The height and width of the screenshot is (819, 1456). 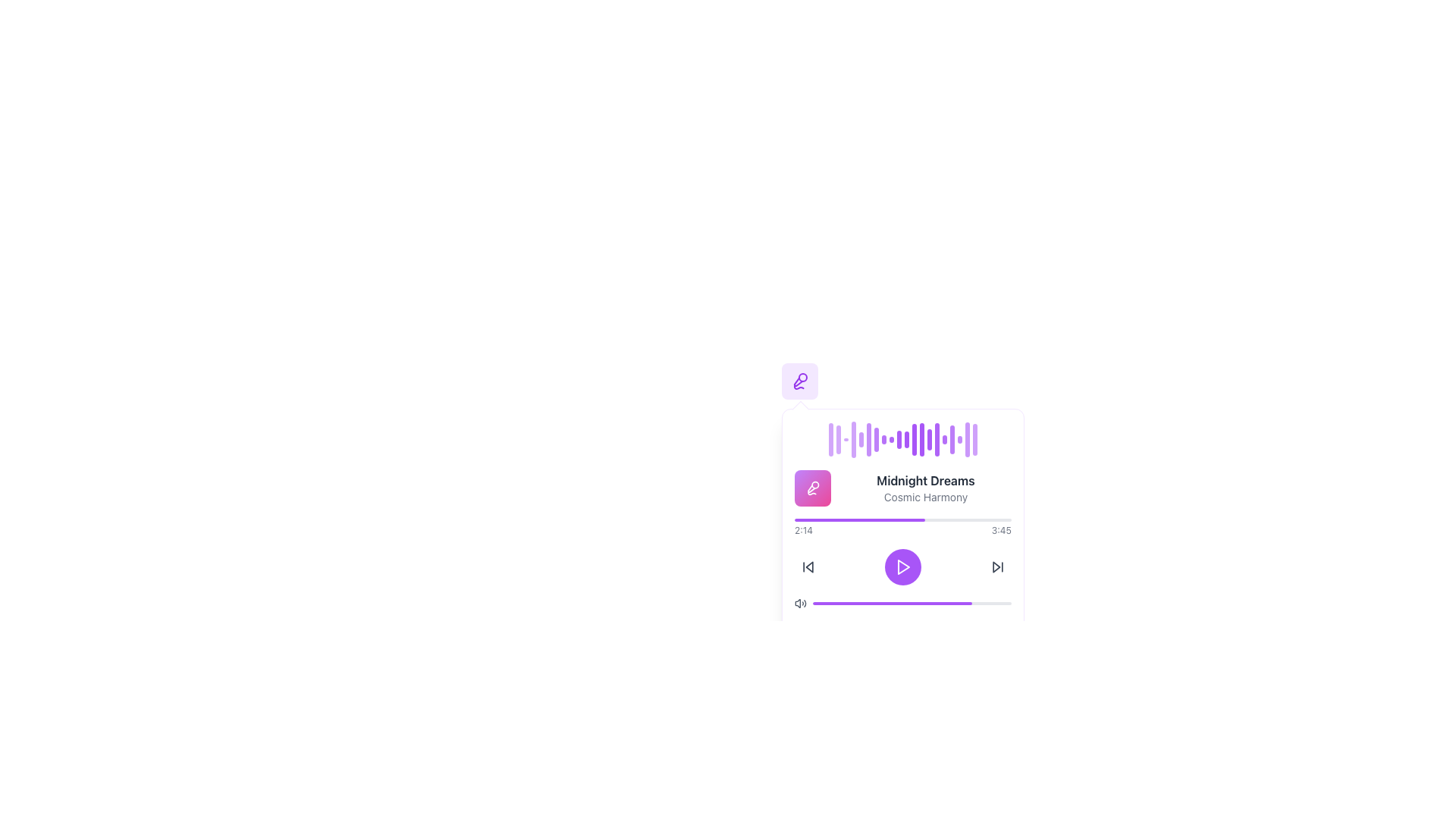 I want to click on the progress bar located at the lower part of the media player interface, which is a thin horizontal bar with a gray background and rounded edges, to interact with it, so click(x=892, y=602).